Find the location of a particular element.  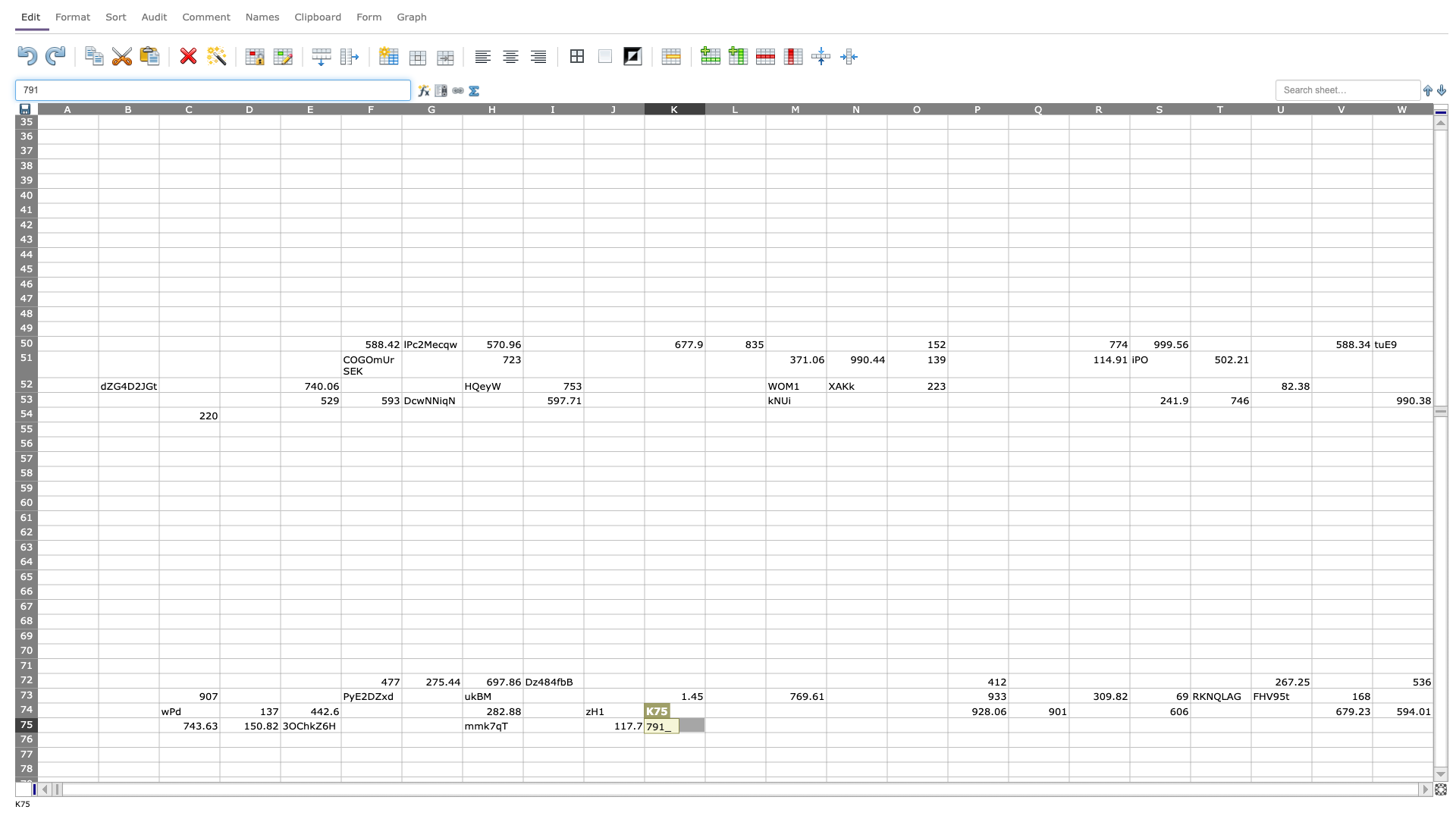

top left corner of L75 is located at coordinates (704, 717).